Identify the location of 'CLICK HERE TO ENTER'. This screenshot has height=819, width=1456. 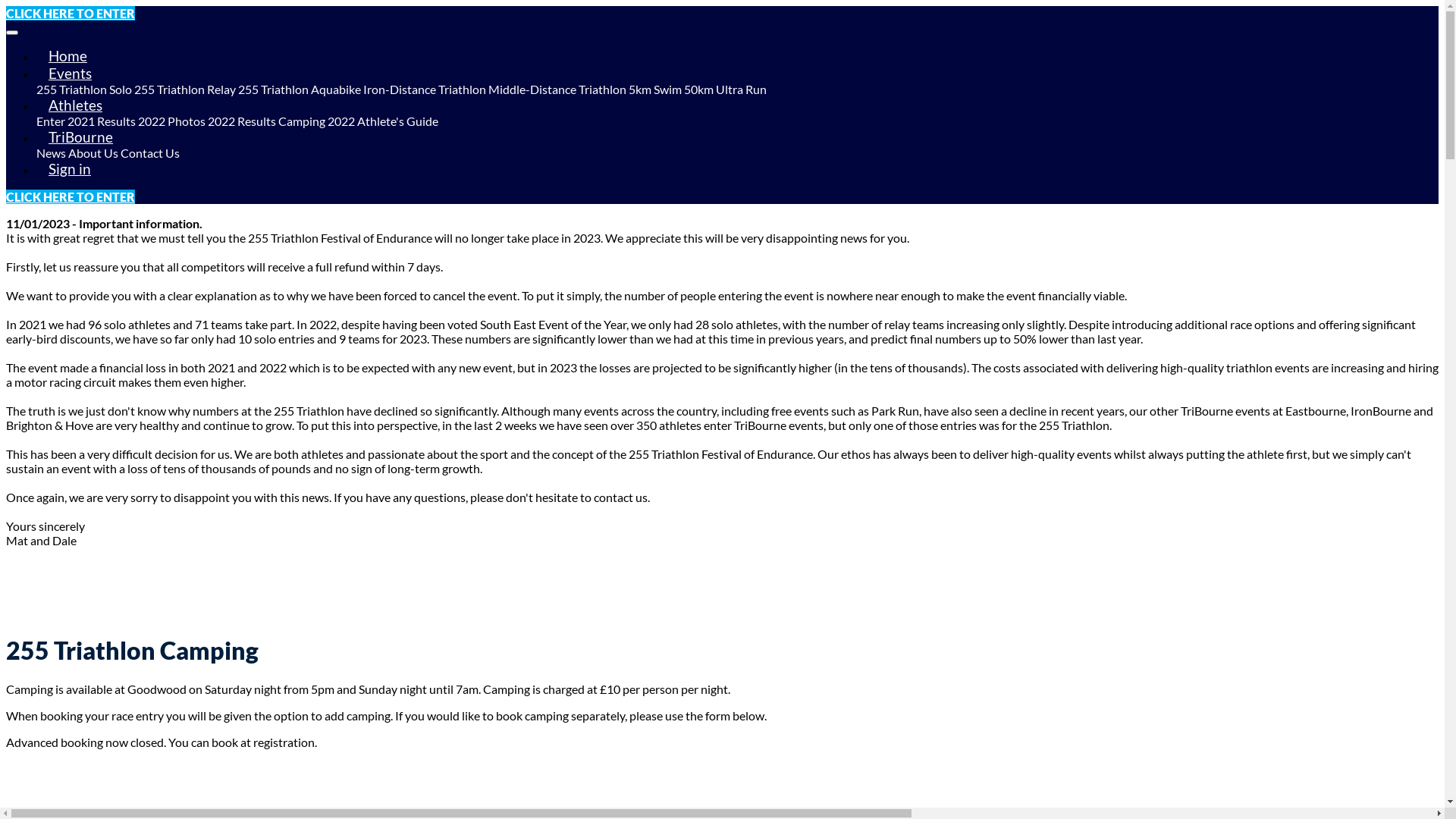
(69, 13).